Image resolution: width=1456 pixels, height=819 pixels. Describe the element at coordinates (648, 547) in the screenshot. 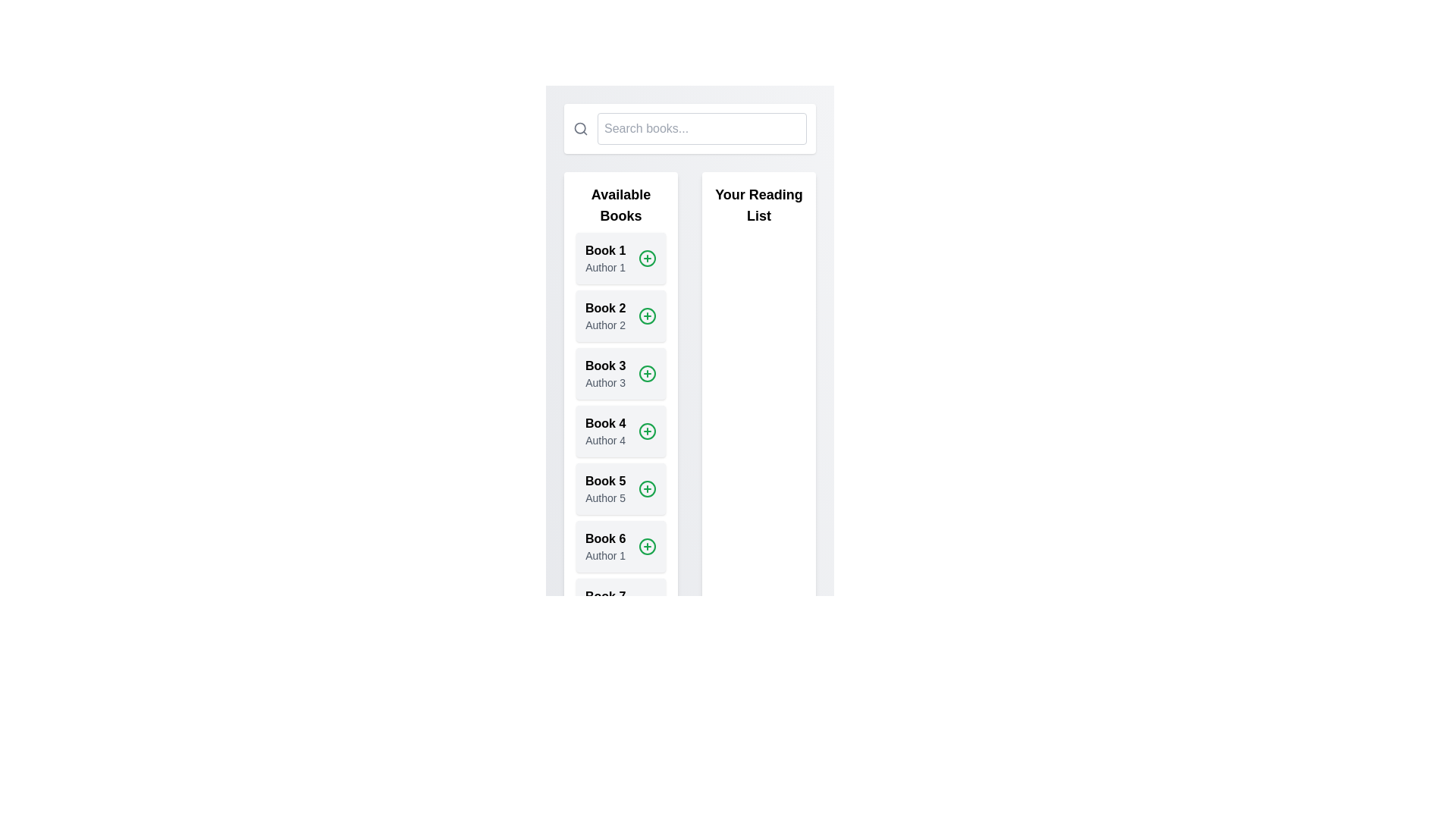

I see `the action button` at that location.